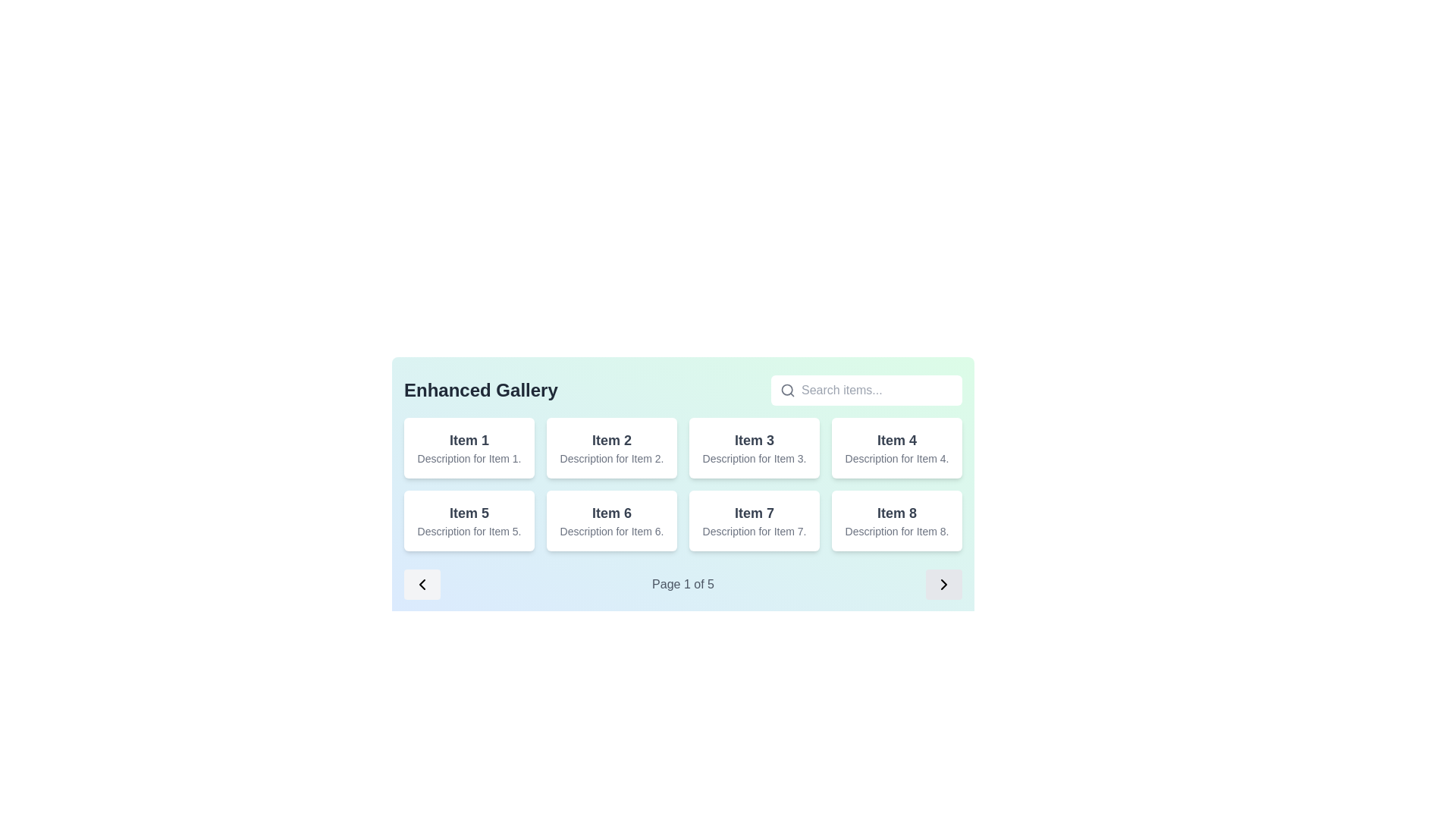 This screenshot has height=819, width=1456. Describe the element at coordinates (896, 447) in the screenshot. I see `the card displaying 'Item 4' in the top-right corner of the grid gallery, which contains the title and description of the item` at that location.